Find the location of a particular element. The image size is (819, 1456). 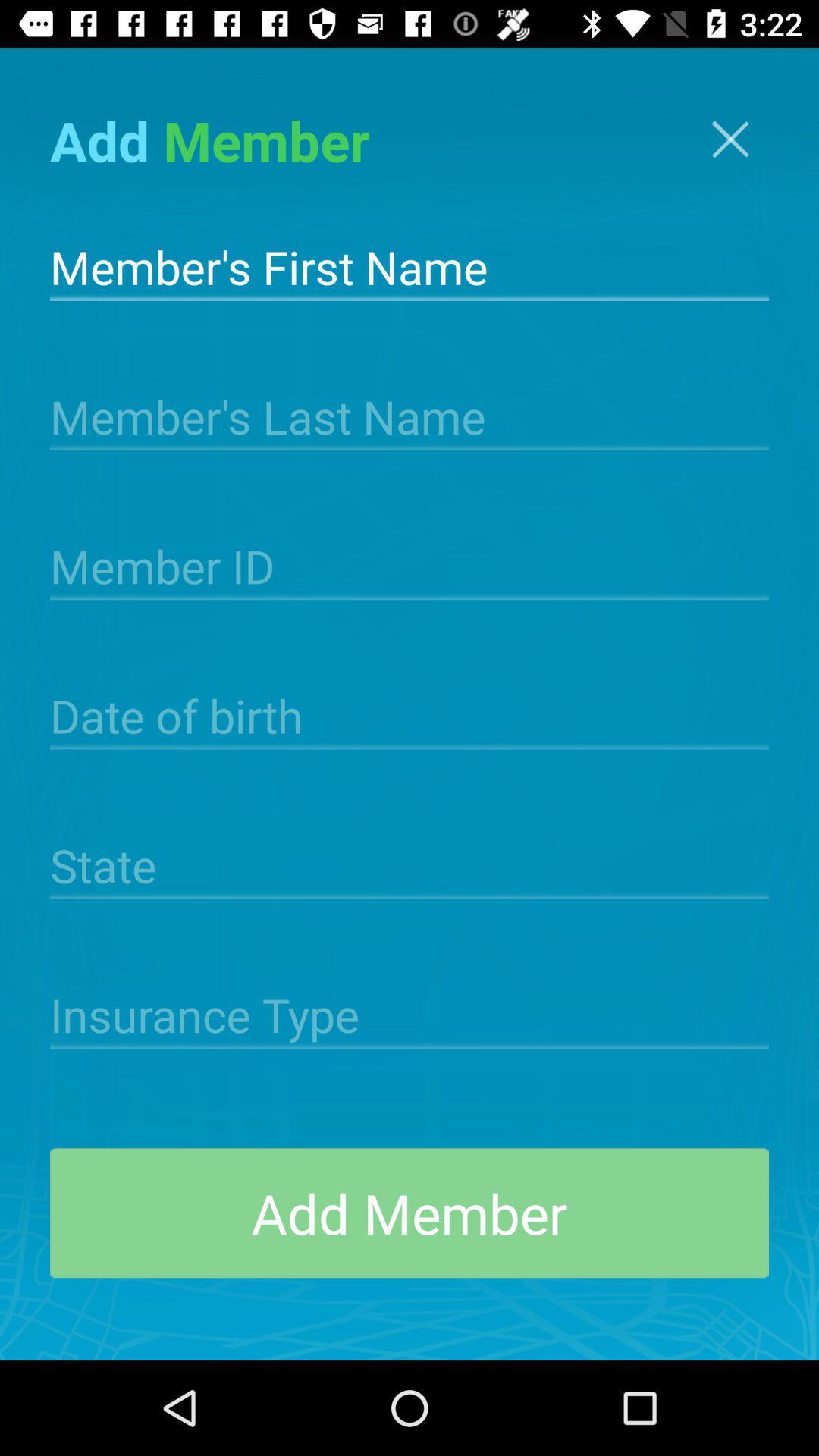

first name is located at coordinates (409, 265).